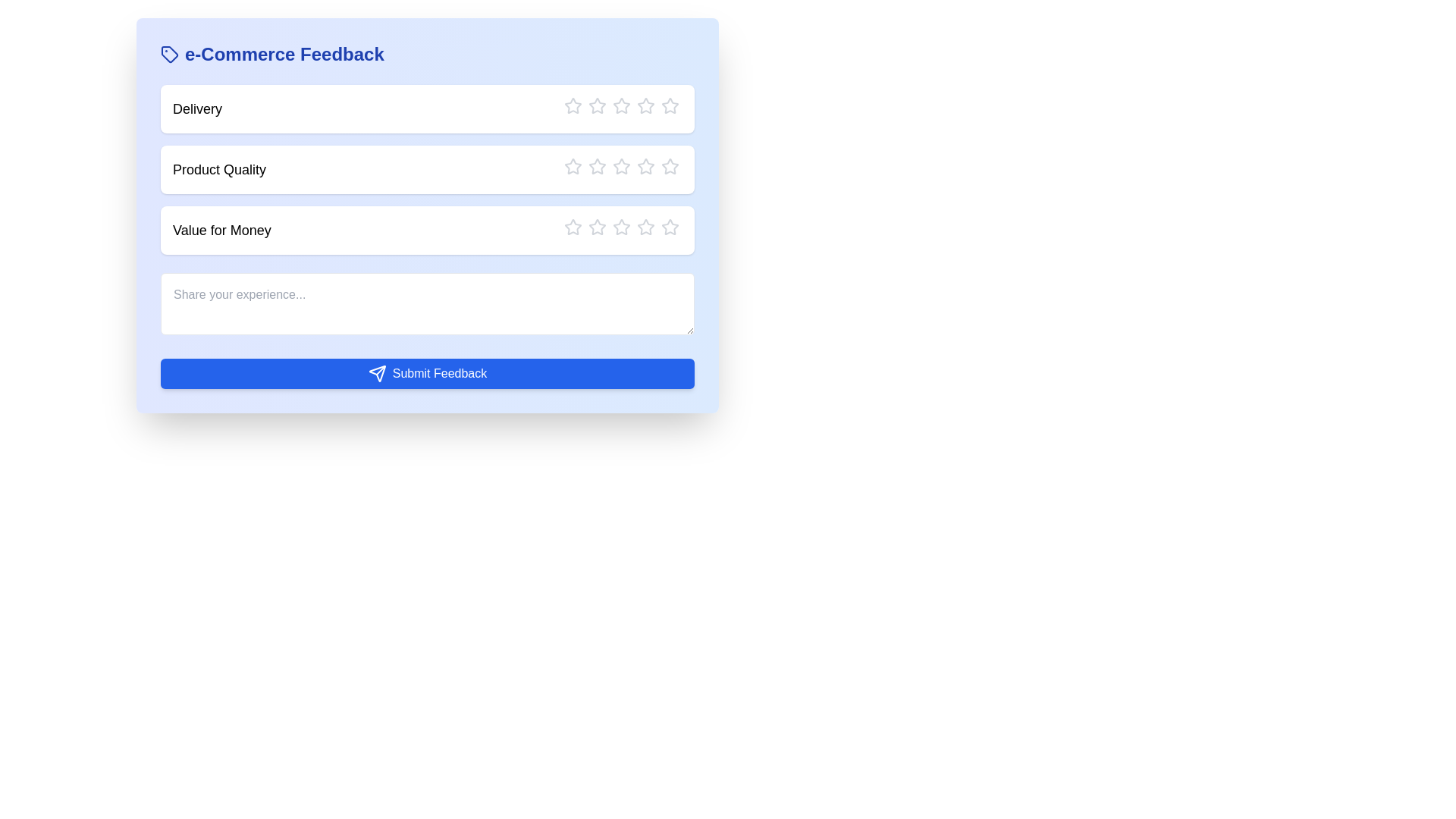 This screenshot has width=1456, height=819. I want to click on the rating to 4 stars by clicking the corresponding star, so click(645, 105).